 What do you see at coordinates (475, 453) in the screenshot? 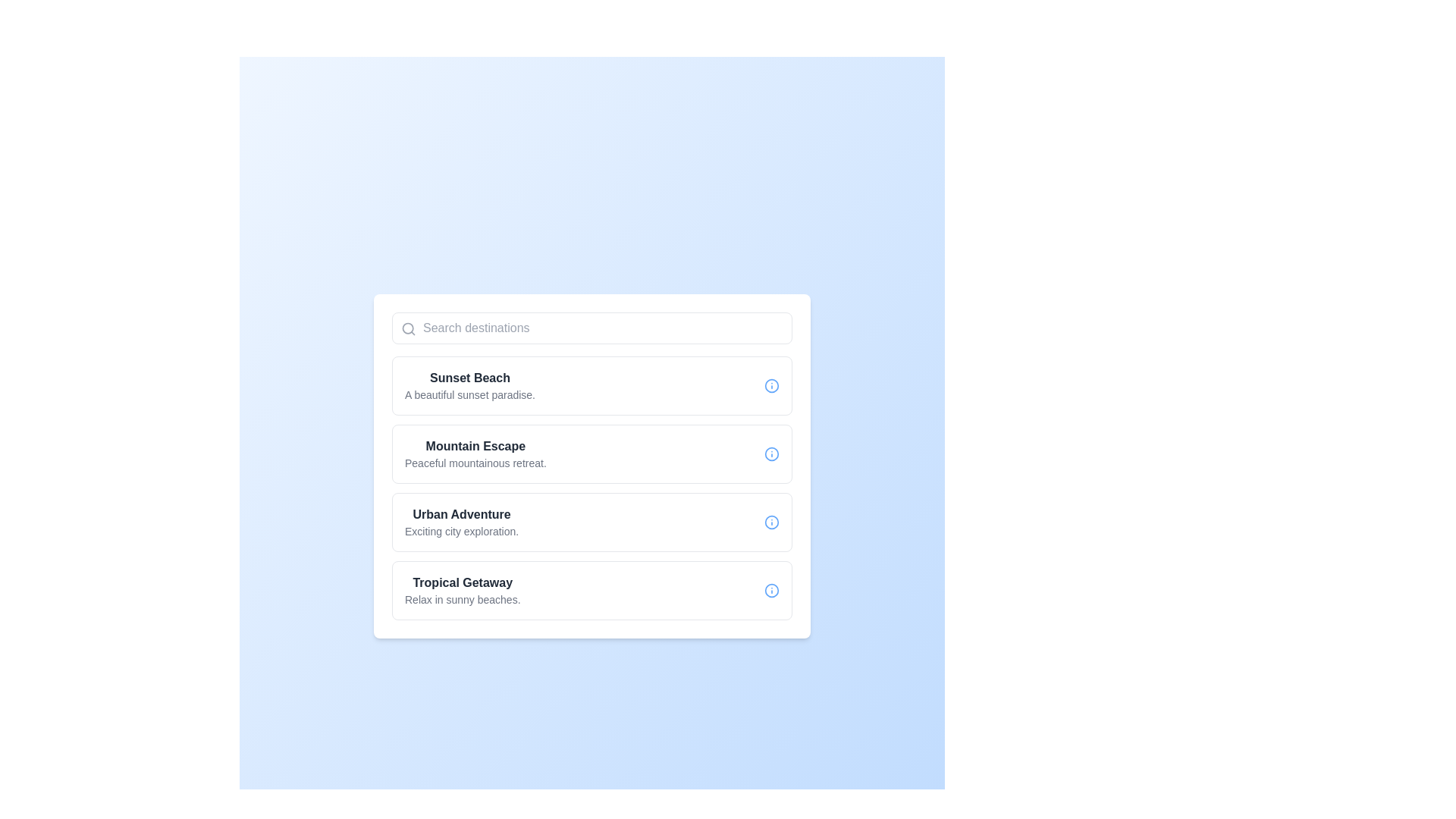
I see `the selectable option for 'Mountain Escape', which provides a title and description for a location in the list` at bounding box center [475, 453].